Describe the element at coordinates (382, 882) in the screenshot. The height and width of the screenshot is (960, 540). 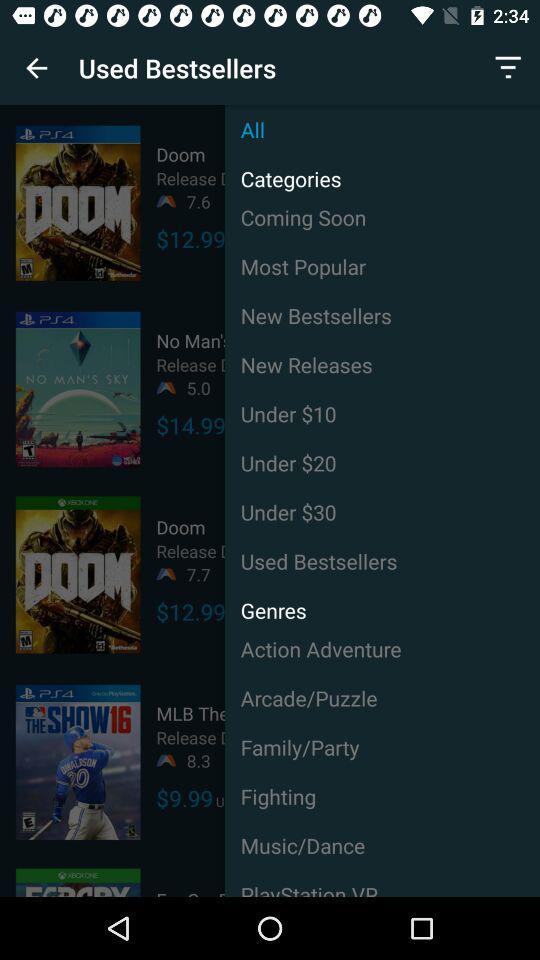
I see `the icon below music/dance` at that location.